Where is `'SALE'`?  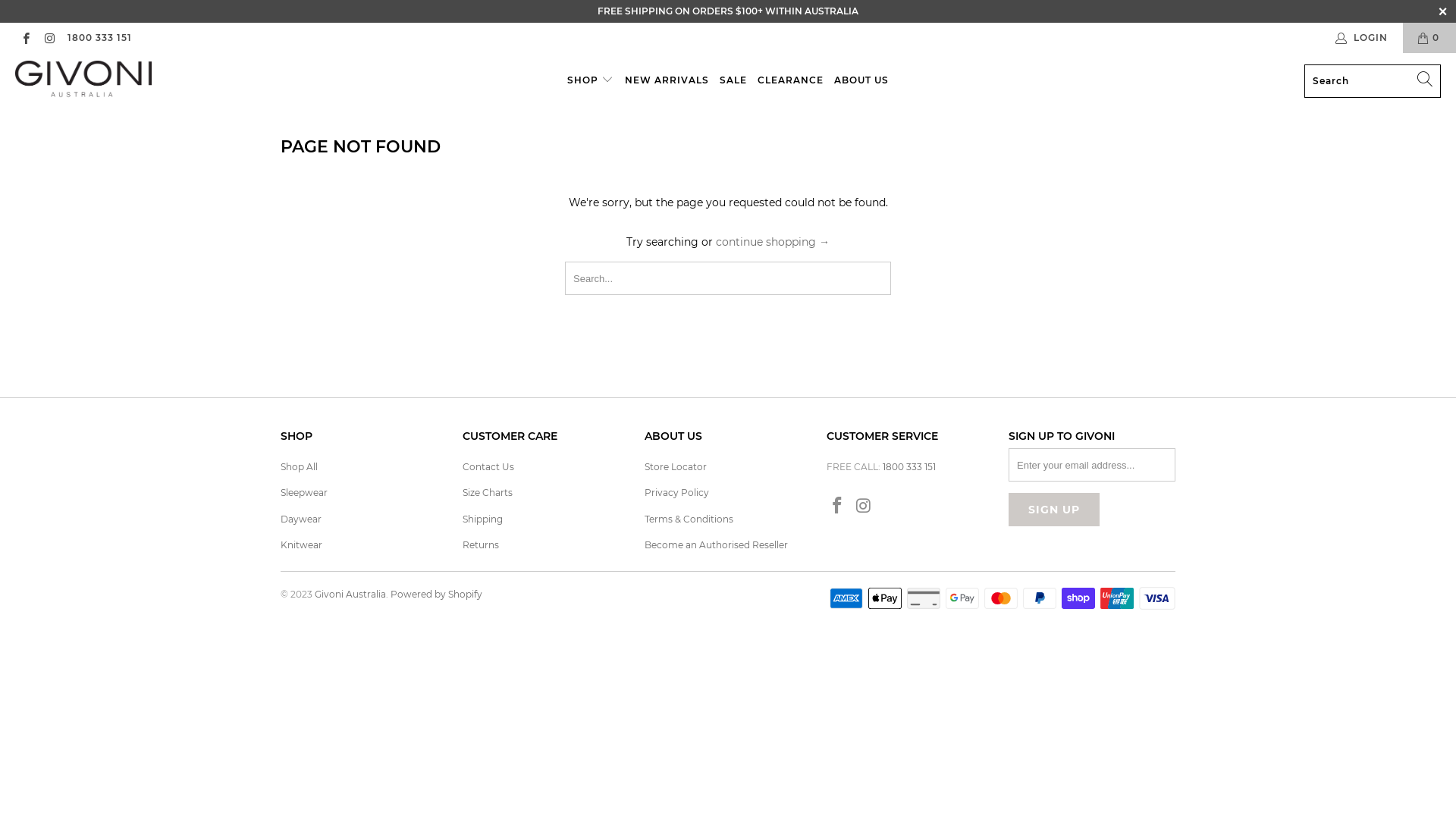 'SALE' is located at coordinates (733, 80).